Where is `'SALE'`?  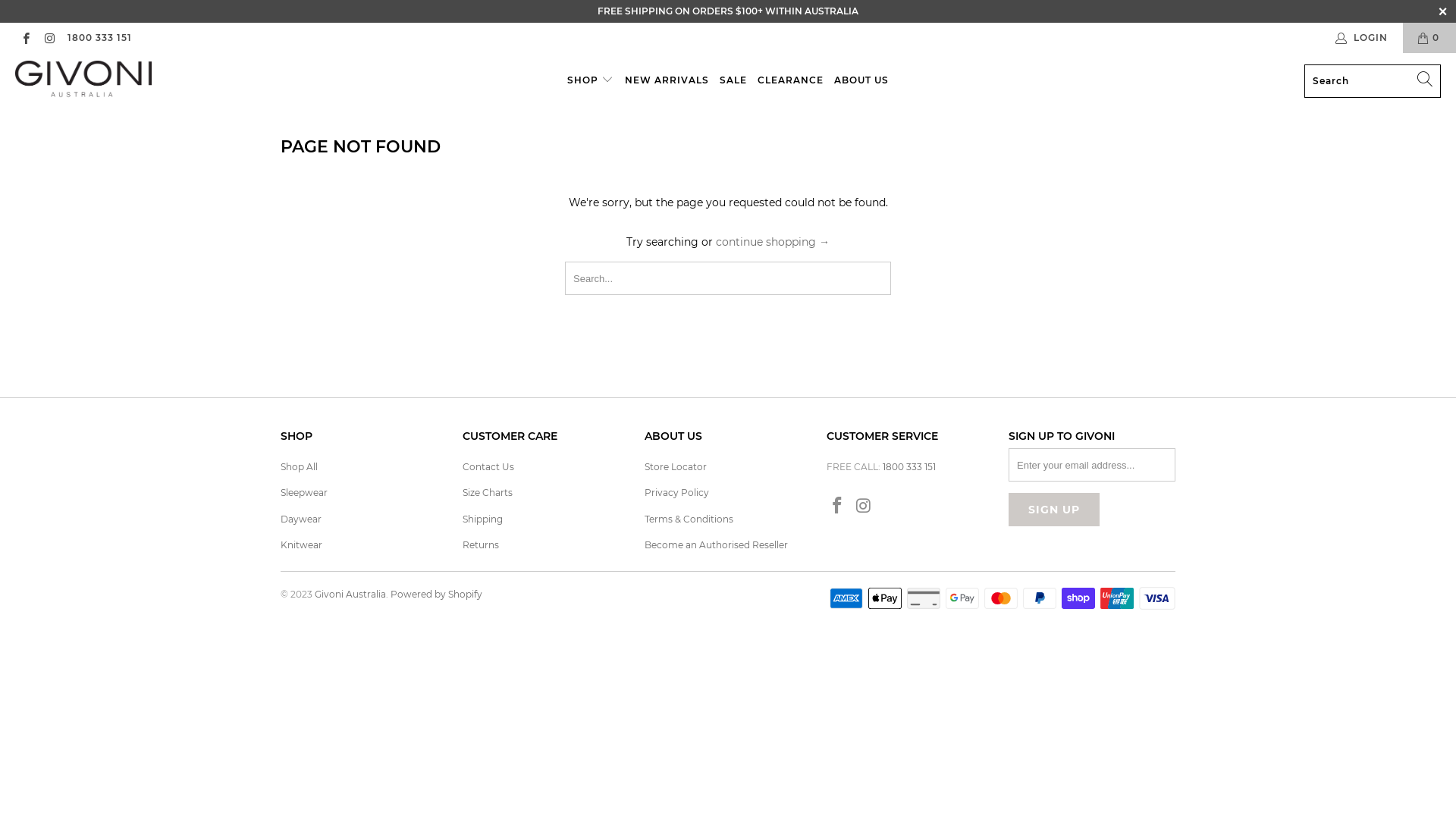 'SALE' is located at coordinates (733, 80).